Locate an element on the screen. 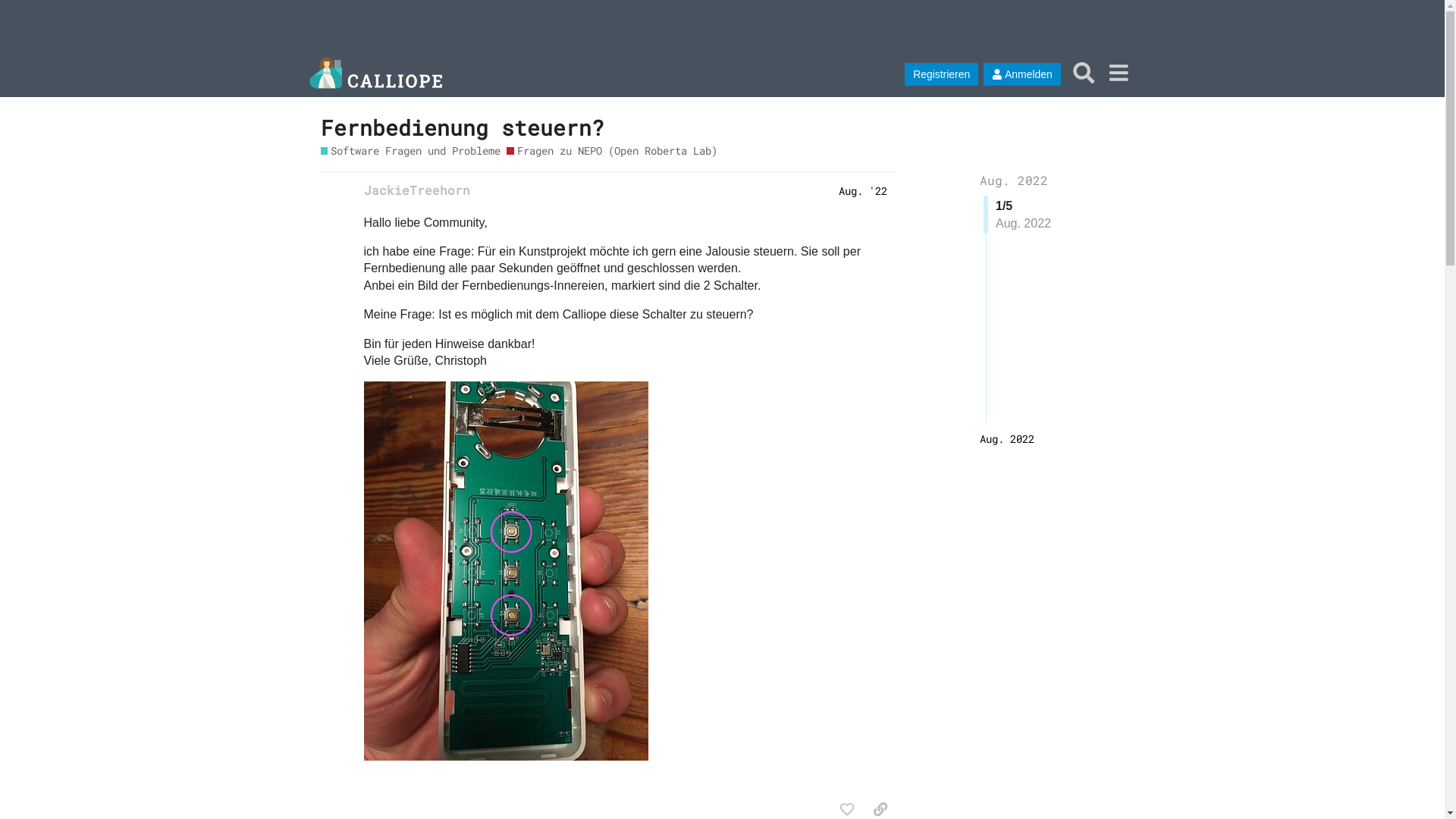  'Fragen zu NEPO (Open Roberta Lab)' is located at coordinates (506, 150).